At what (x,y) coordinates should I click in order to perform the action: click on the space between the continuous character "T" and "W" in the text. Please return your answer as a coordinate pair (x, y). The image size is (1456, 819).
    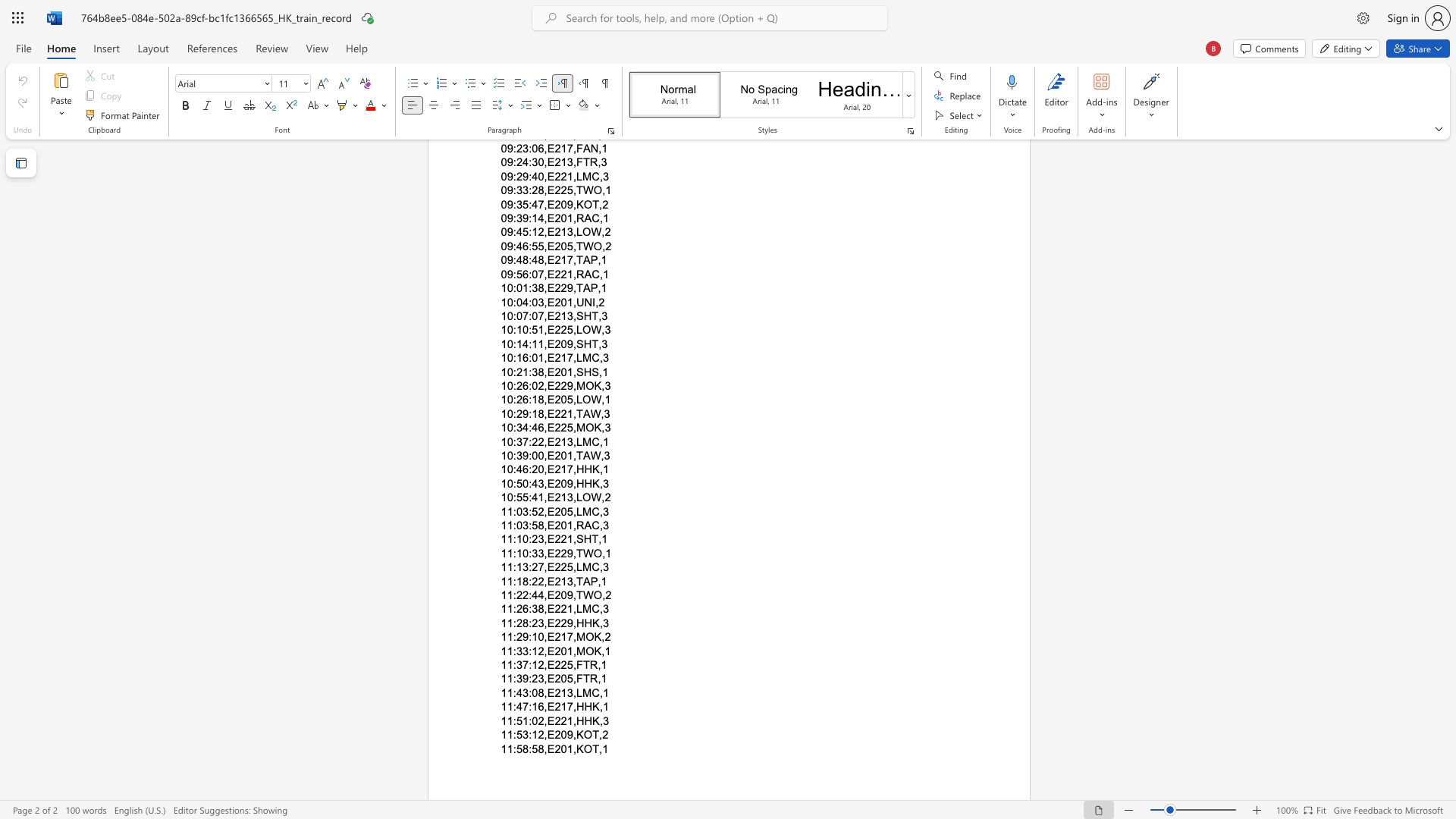
    Looking at the image, I should click on (583, 595).